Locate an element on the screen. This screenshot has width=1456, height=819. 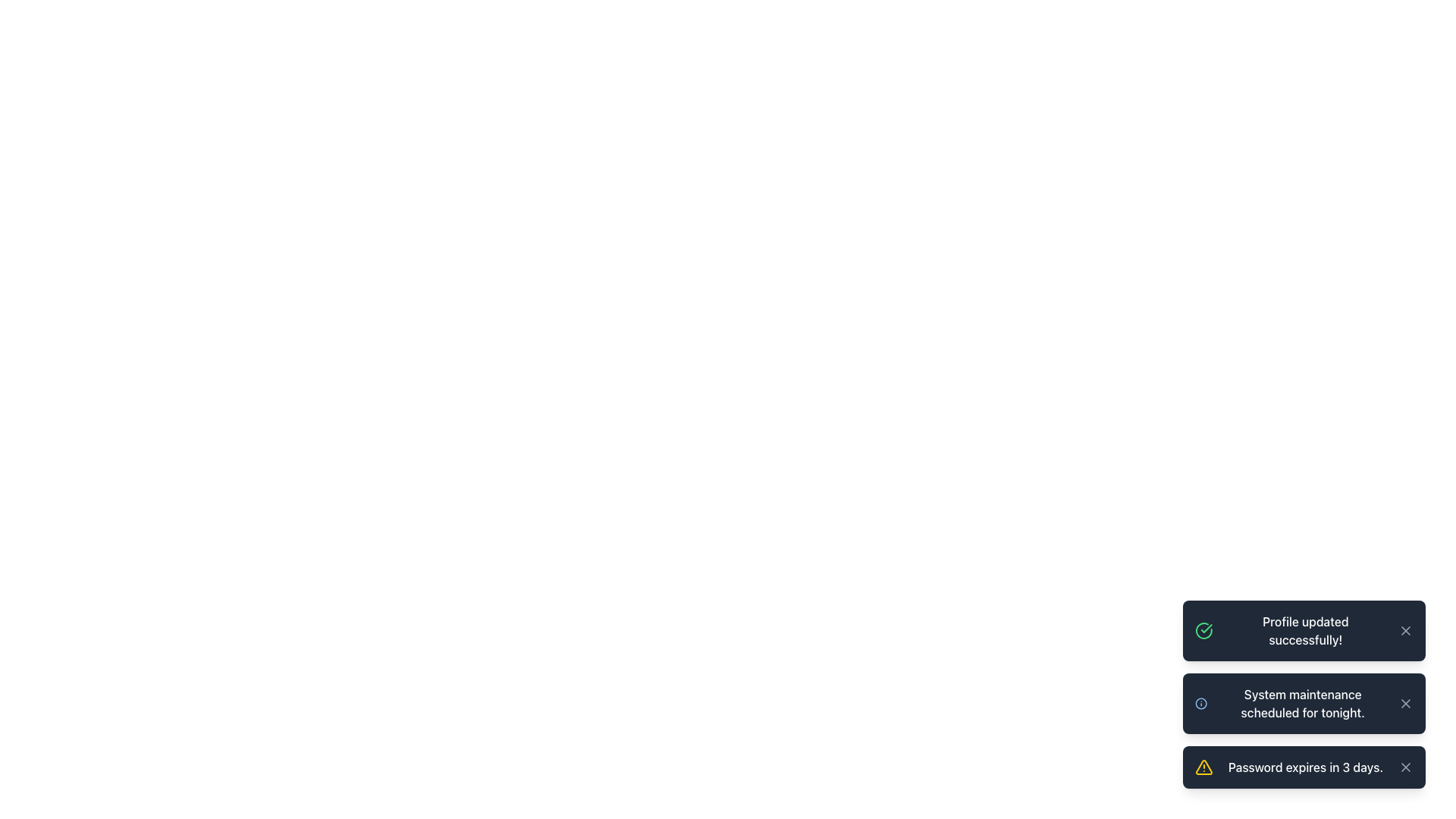
the close button icon located on the right side of the notification card that dismisses the notification for 'Password expires in 3 days.' is located at coordinates (1404, 767).